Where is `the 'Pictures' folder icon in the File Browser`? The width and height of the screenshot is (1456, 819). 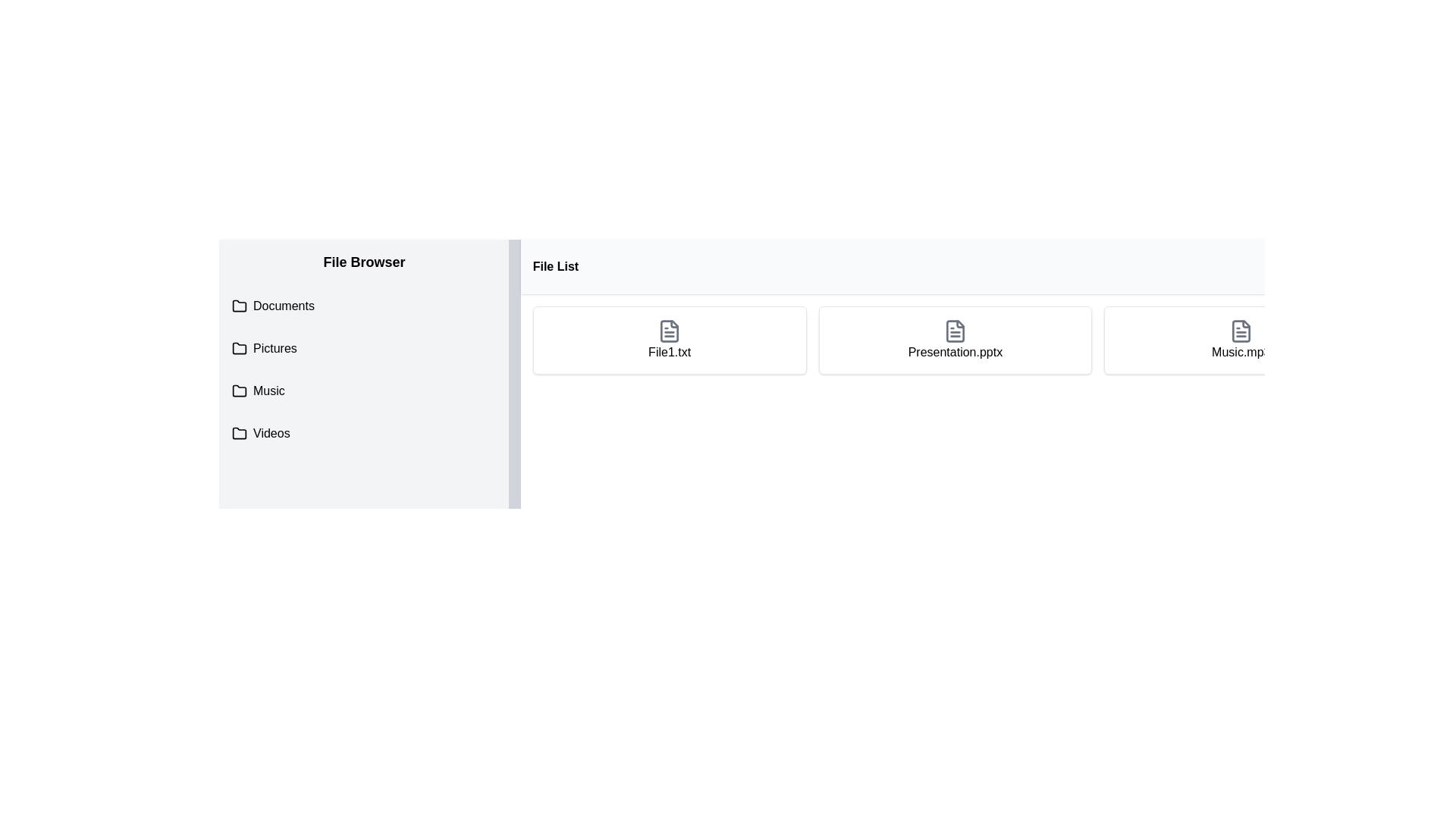
the 'Pictures' folder icon in the File Browser is located at coordinates (239, 348).